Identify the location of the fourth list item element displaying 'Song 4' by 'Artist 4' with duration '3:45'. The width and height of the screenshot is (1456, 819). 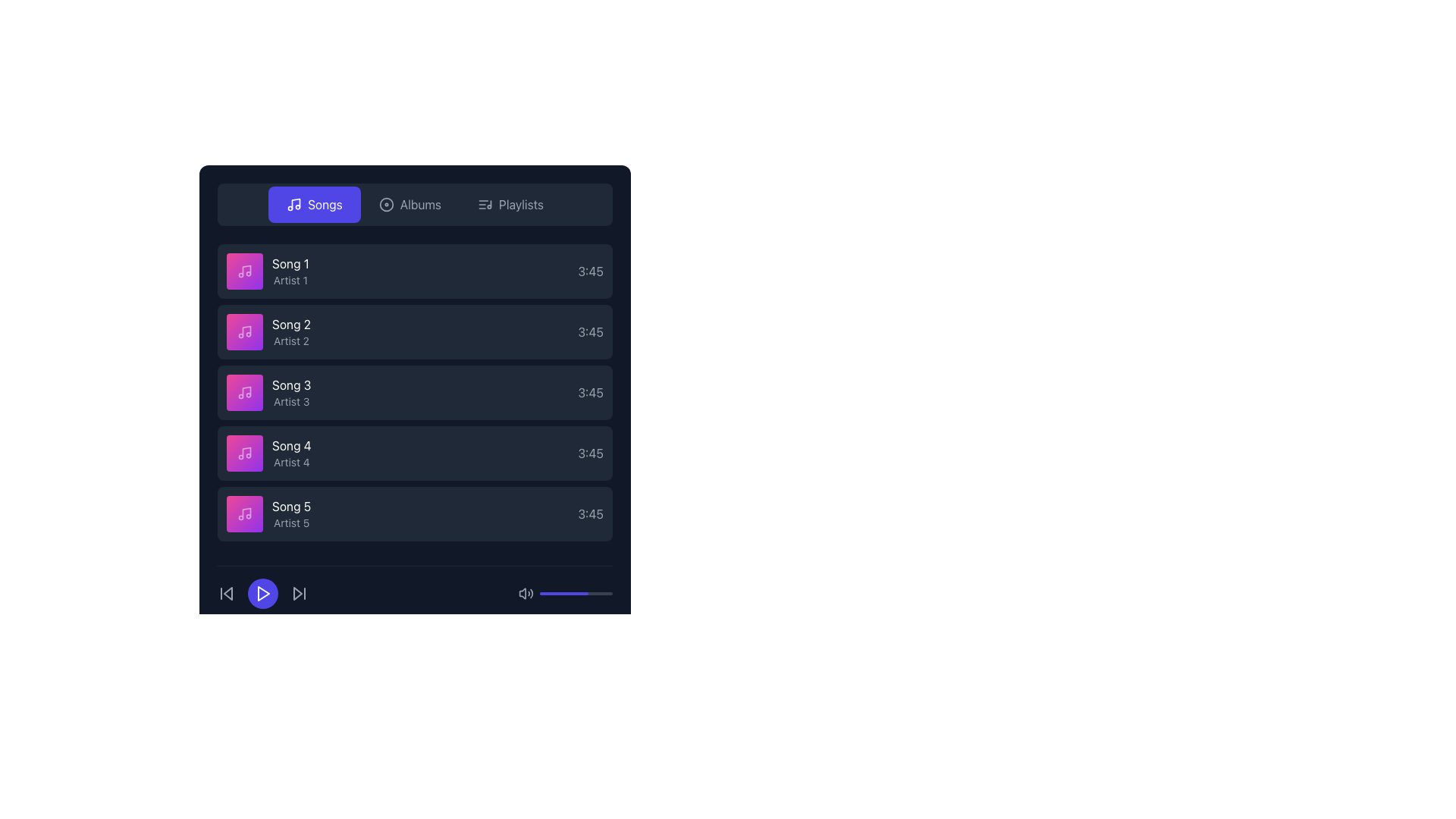
(415, 452).